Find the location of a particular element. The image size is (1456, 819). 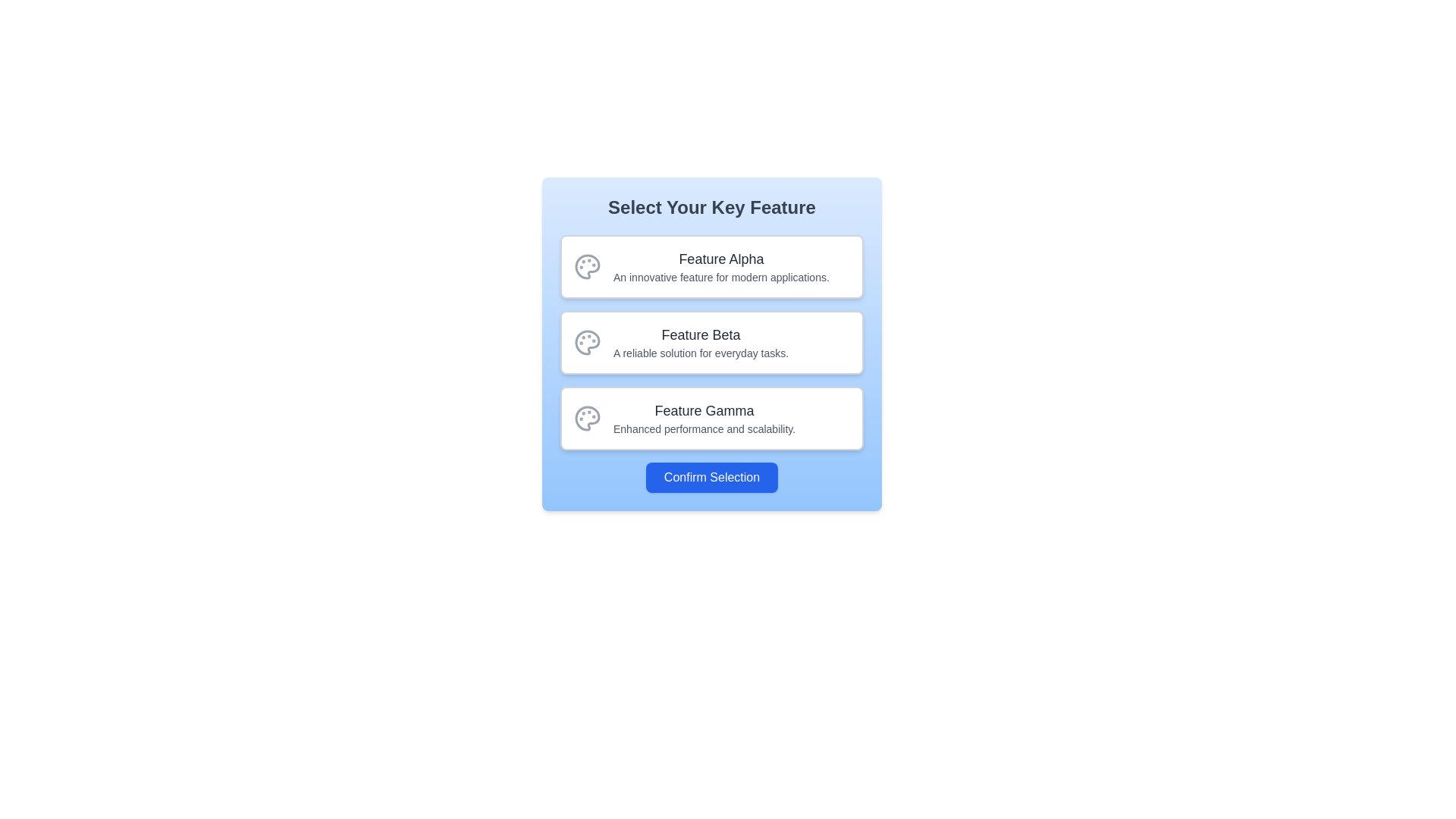

the painter's palette icon located next to the text 'Feature Beta' in the interface is located at coordinates (586, 342).